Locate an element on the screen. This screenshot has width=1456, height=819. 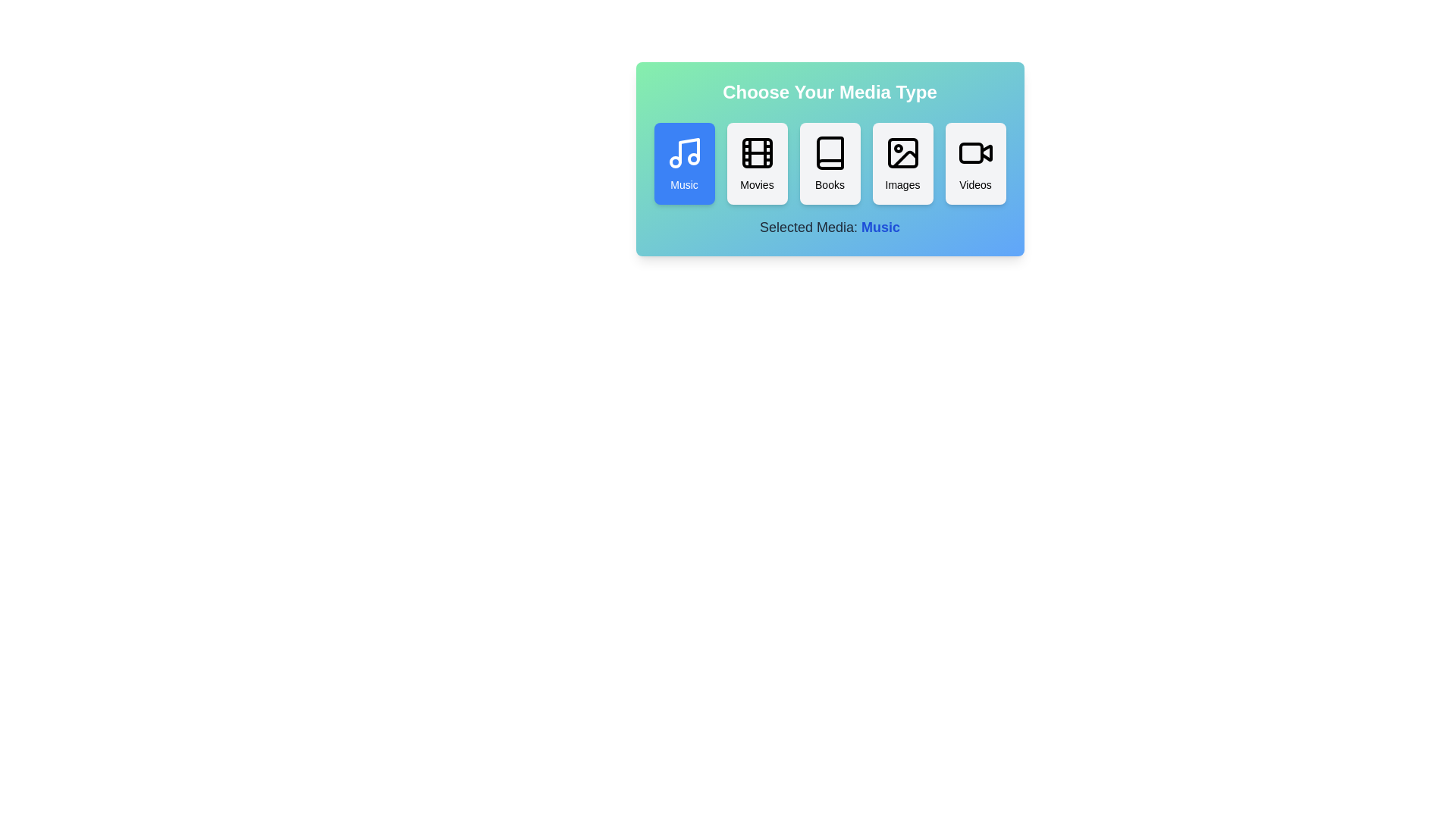
the button corresponding to the media type Books is located at coordinates (829, 164).